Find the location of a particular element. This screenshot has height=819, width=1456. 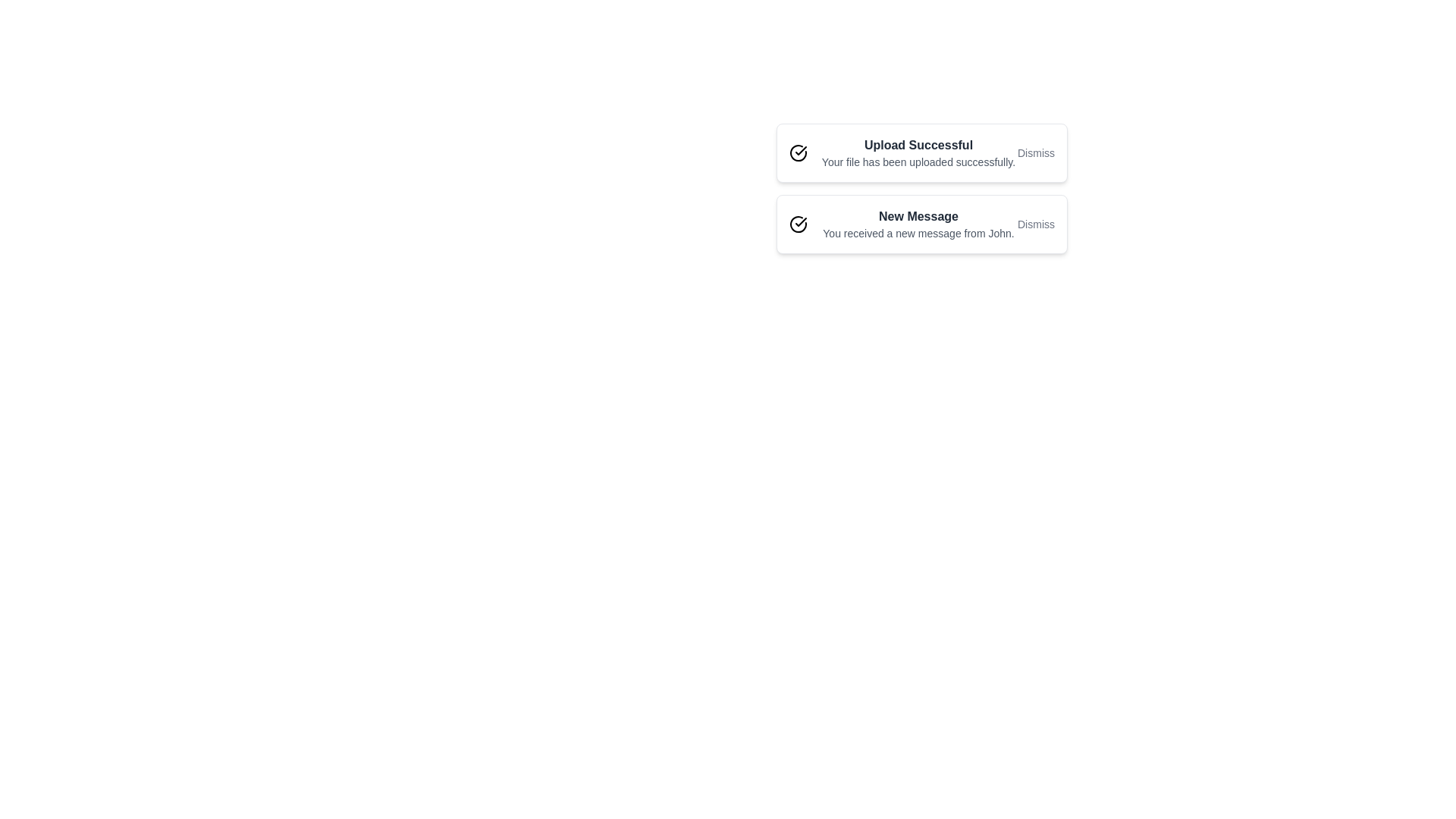

the 'Dismiss' button for the notification with title New Message is located at coordinates (1035, 224).